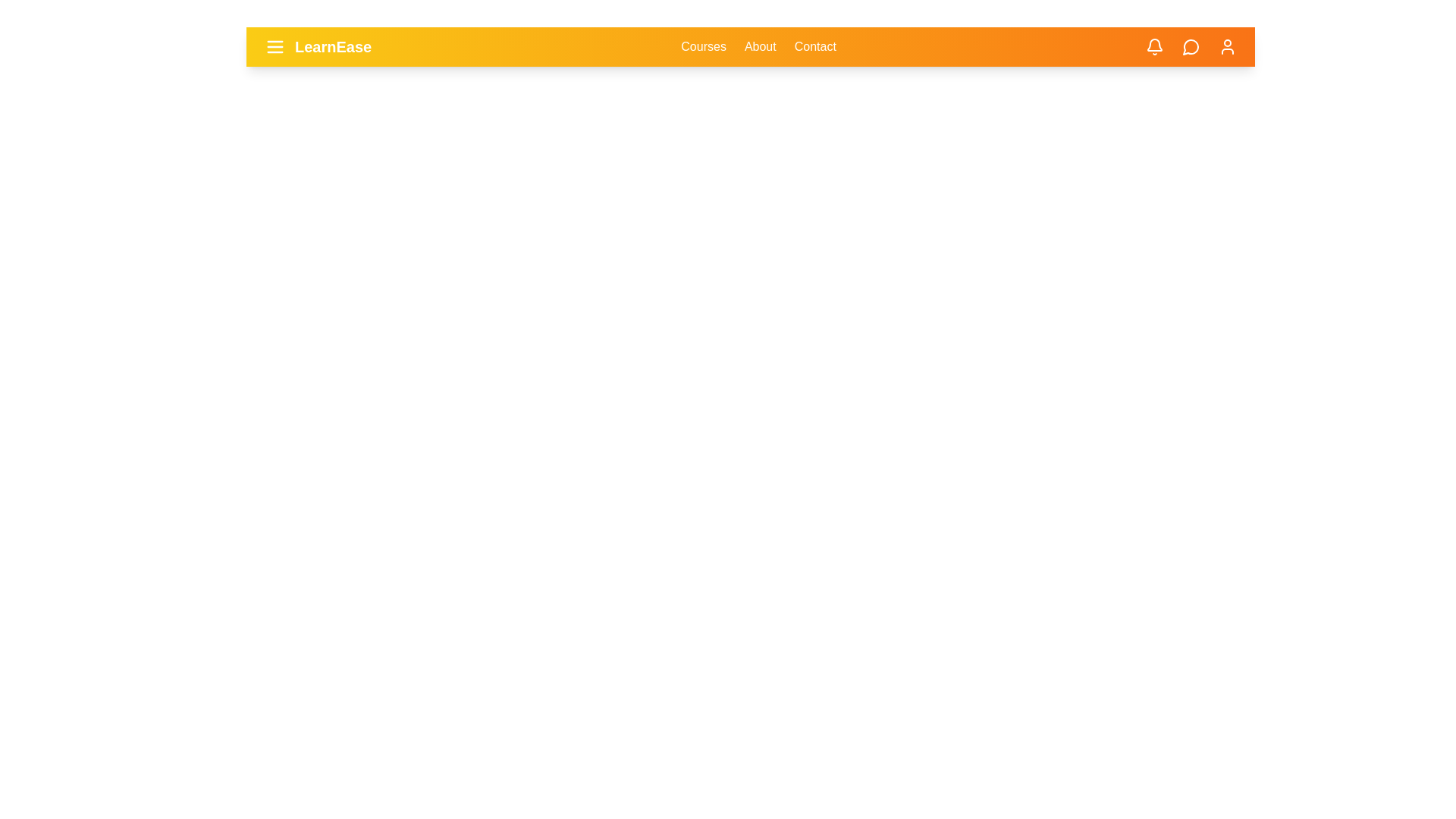  Describe the element at coordinates (275, 45) in the screenshot. I see `the menu icon to open the menu` at that location.